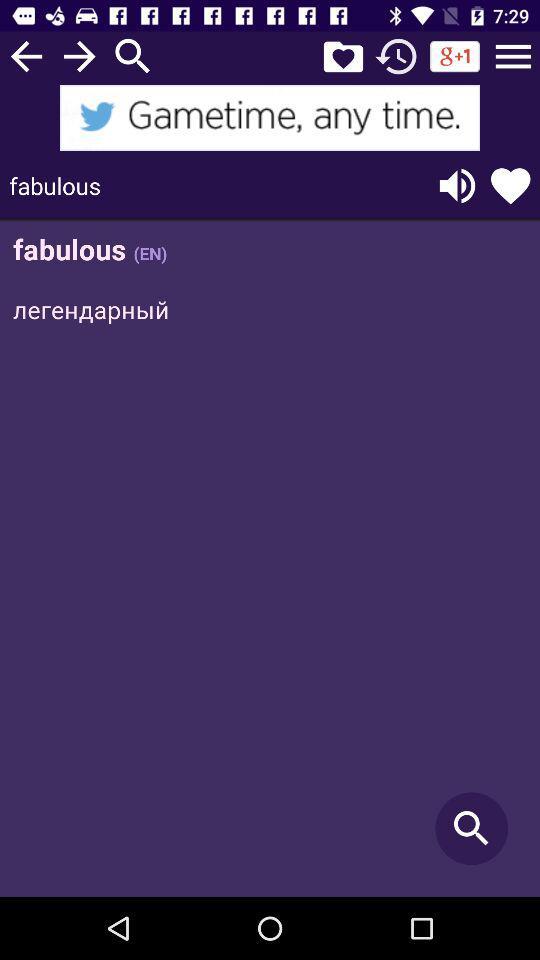 The width and height of the screenshot is (540, 960). I want to click on interact with advertisement, so click(270, 117).